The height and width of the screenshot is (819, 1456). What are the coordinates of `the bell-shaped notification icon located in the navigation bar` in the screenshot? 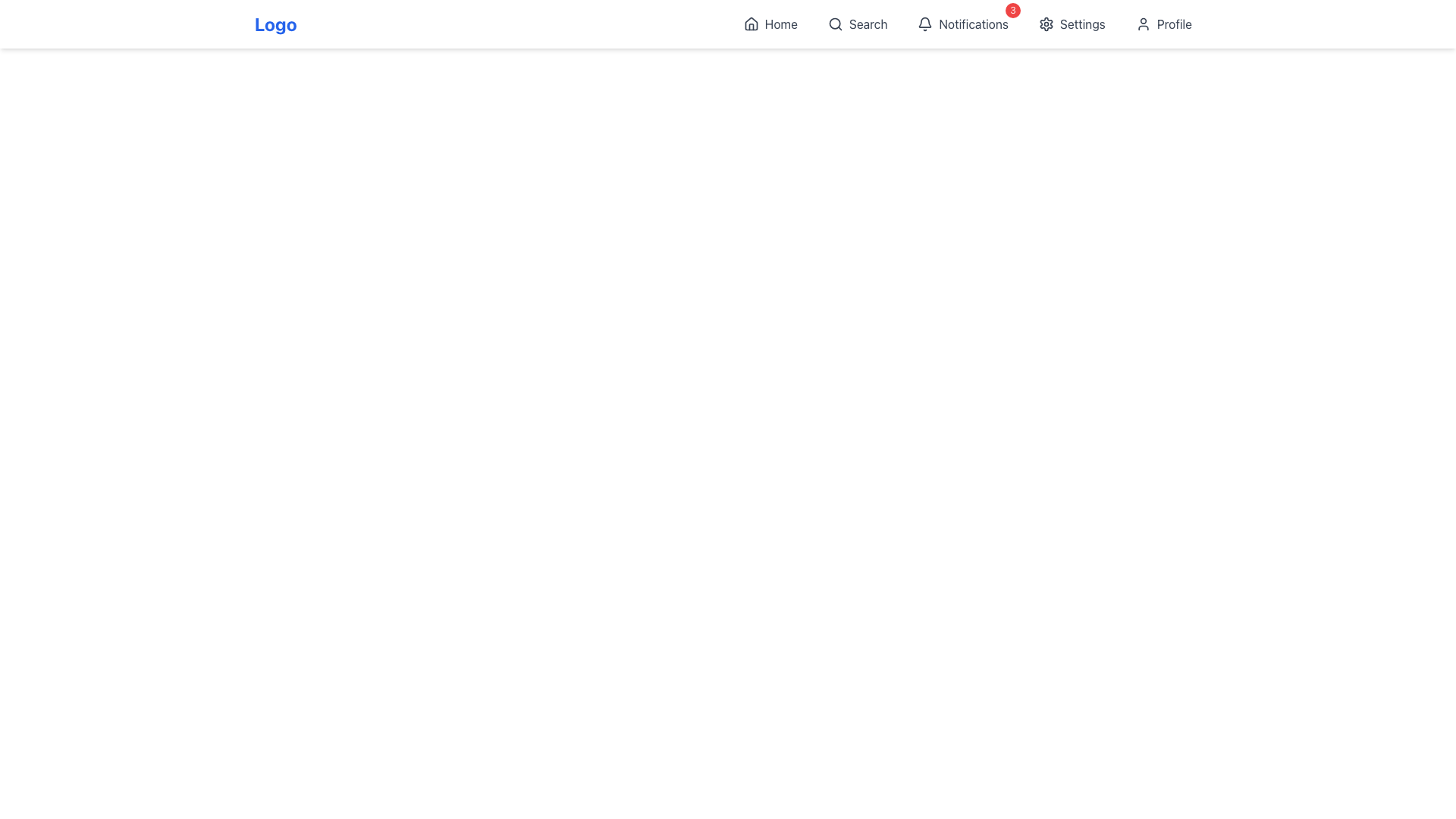 It's located at (924, 24).